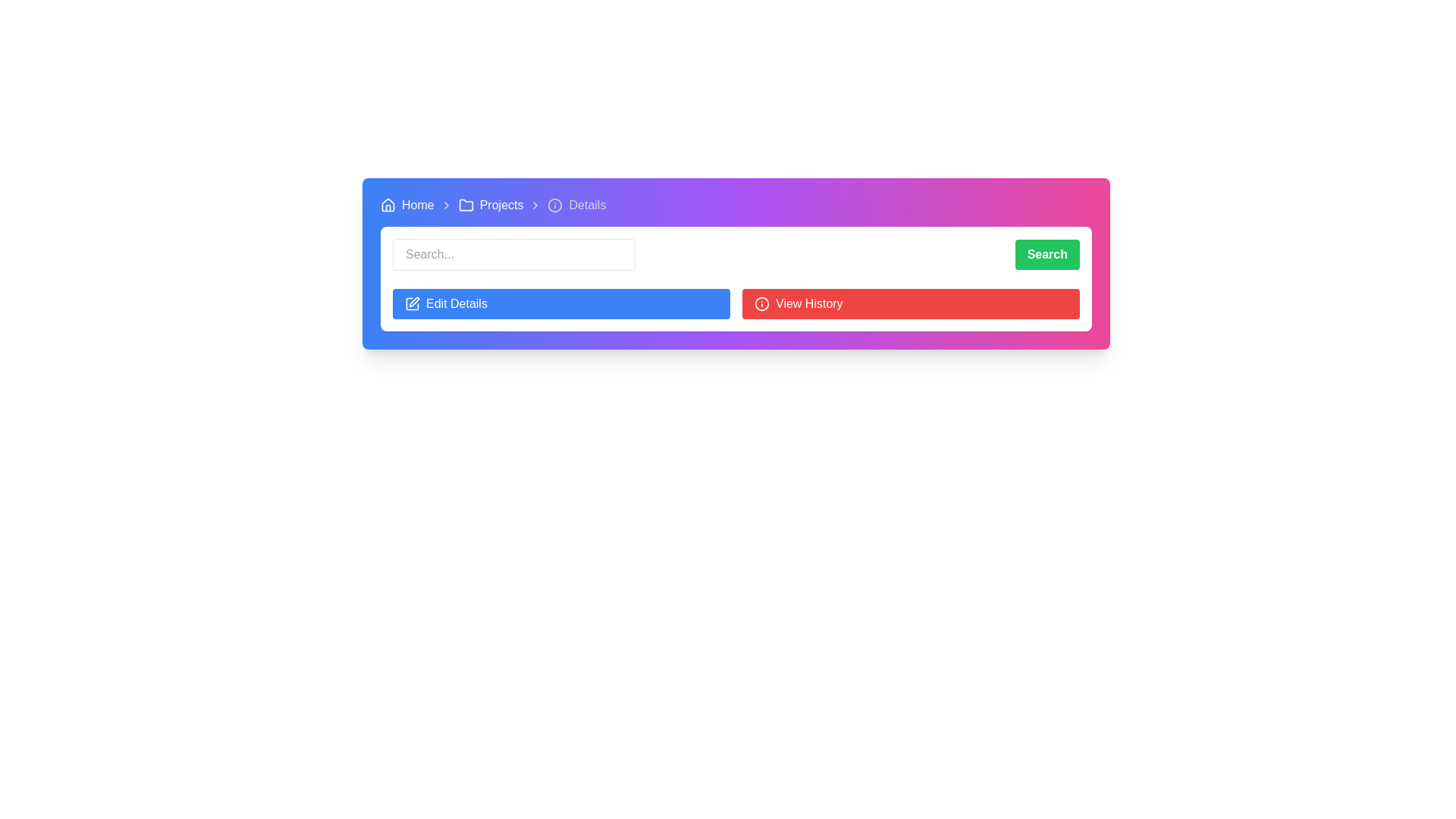 Image resolution: width=1456 pixels, height=819 pixels. What do you see at coordinates (445, 205) in the screenshot?
I see `the separator icon in the breadcrumb navigation that visually distinguishes between the 'Home' and 'Projects' sections` at bounding box center [445, 205].